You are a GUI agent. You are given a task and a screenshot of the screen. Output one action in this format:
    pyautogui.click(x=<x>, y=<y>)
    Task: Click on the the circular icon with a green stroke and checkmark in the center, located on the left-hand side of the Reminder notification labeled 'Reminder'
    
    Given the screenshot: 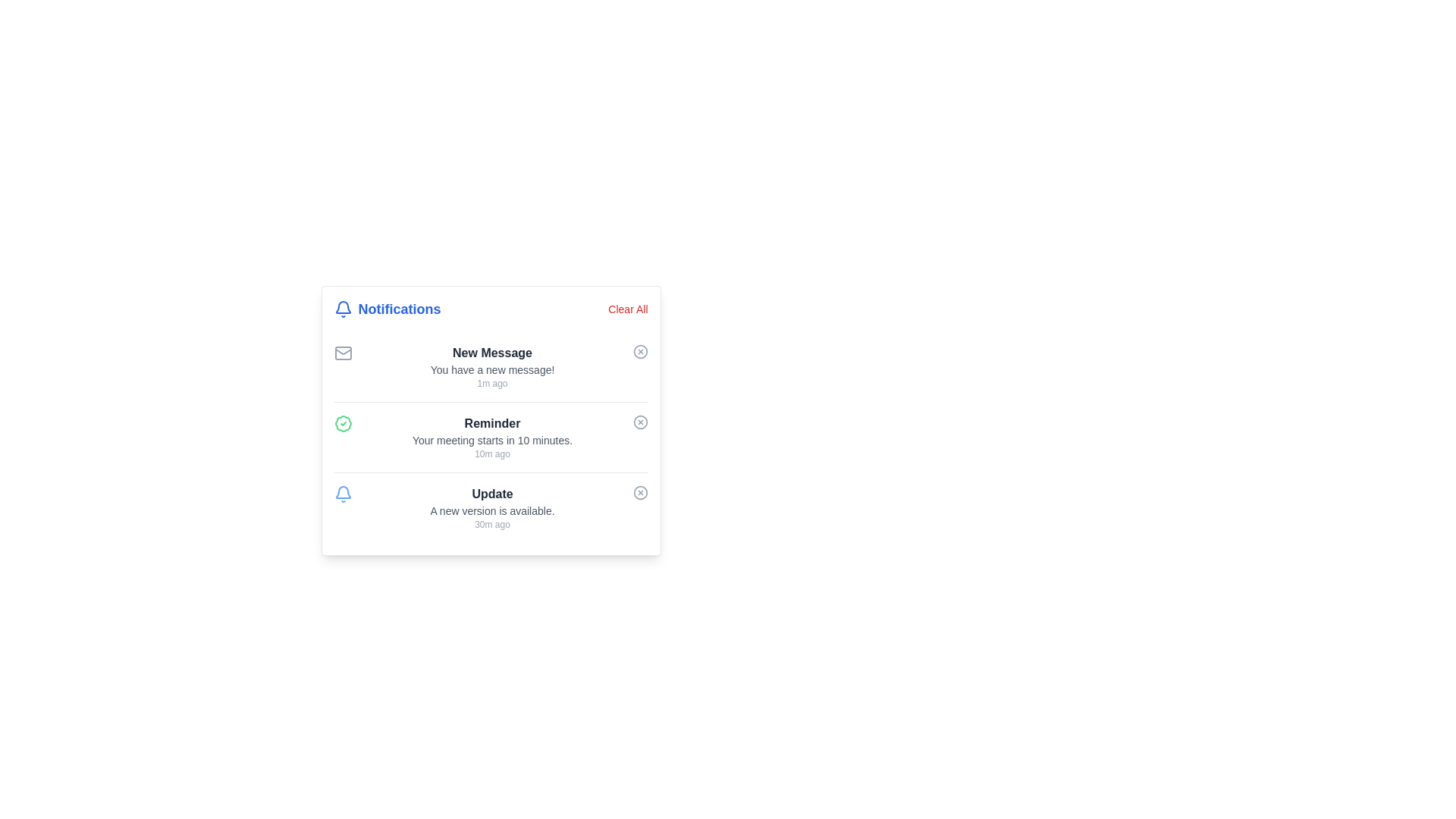 What is the action you would take?
    pyautogui.click(x=342, y=424)
    